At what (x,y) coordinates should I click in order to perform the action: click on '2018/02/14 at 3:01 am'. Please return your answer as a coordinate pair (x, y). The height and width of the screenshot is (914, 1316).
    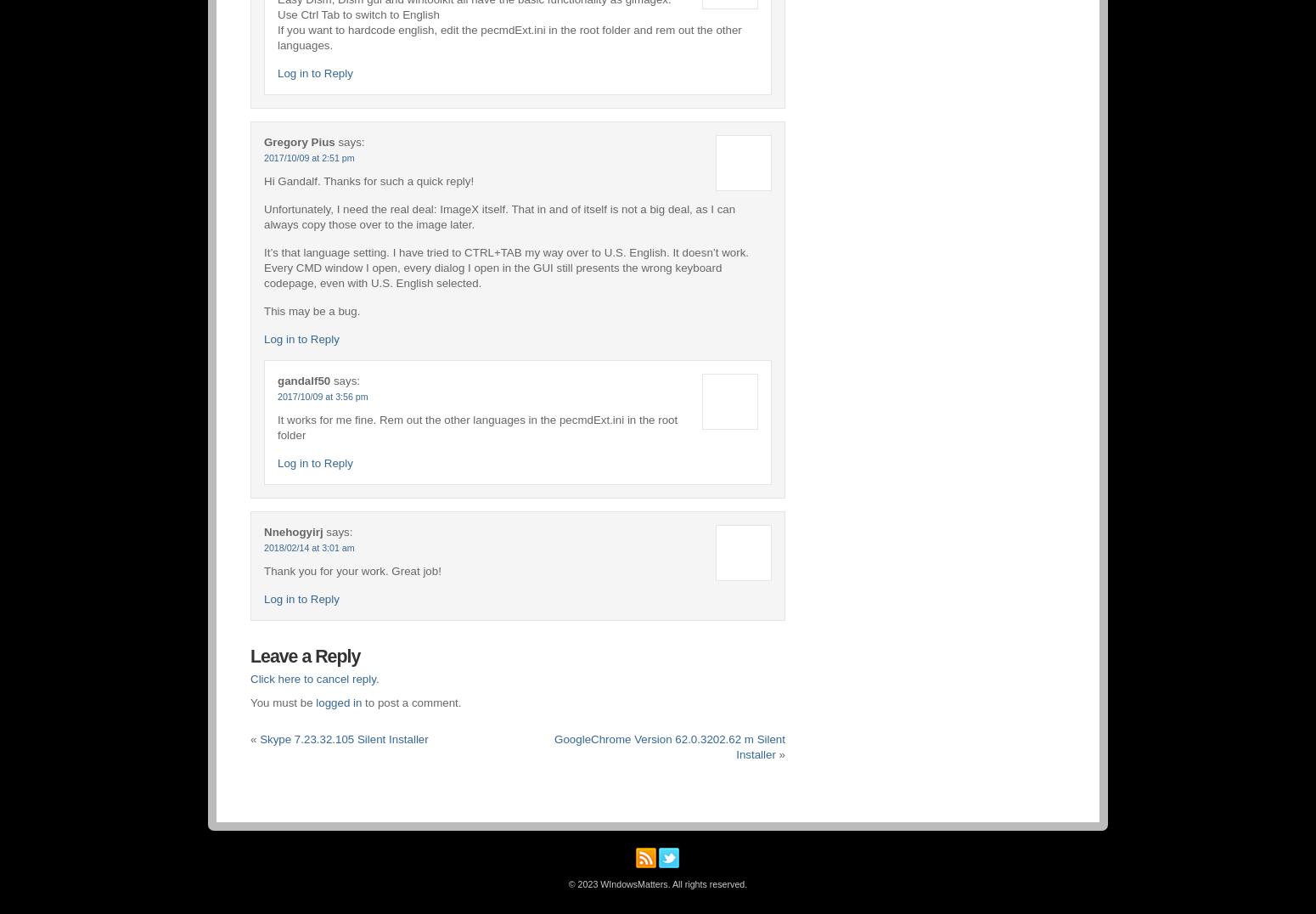
    Looking at the image, I should click on (263, 545).